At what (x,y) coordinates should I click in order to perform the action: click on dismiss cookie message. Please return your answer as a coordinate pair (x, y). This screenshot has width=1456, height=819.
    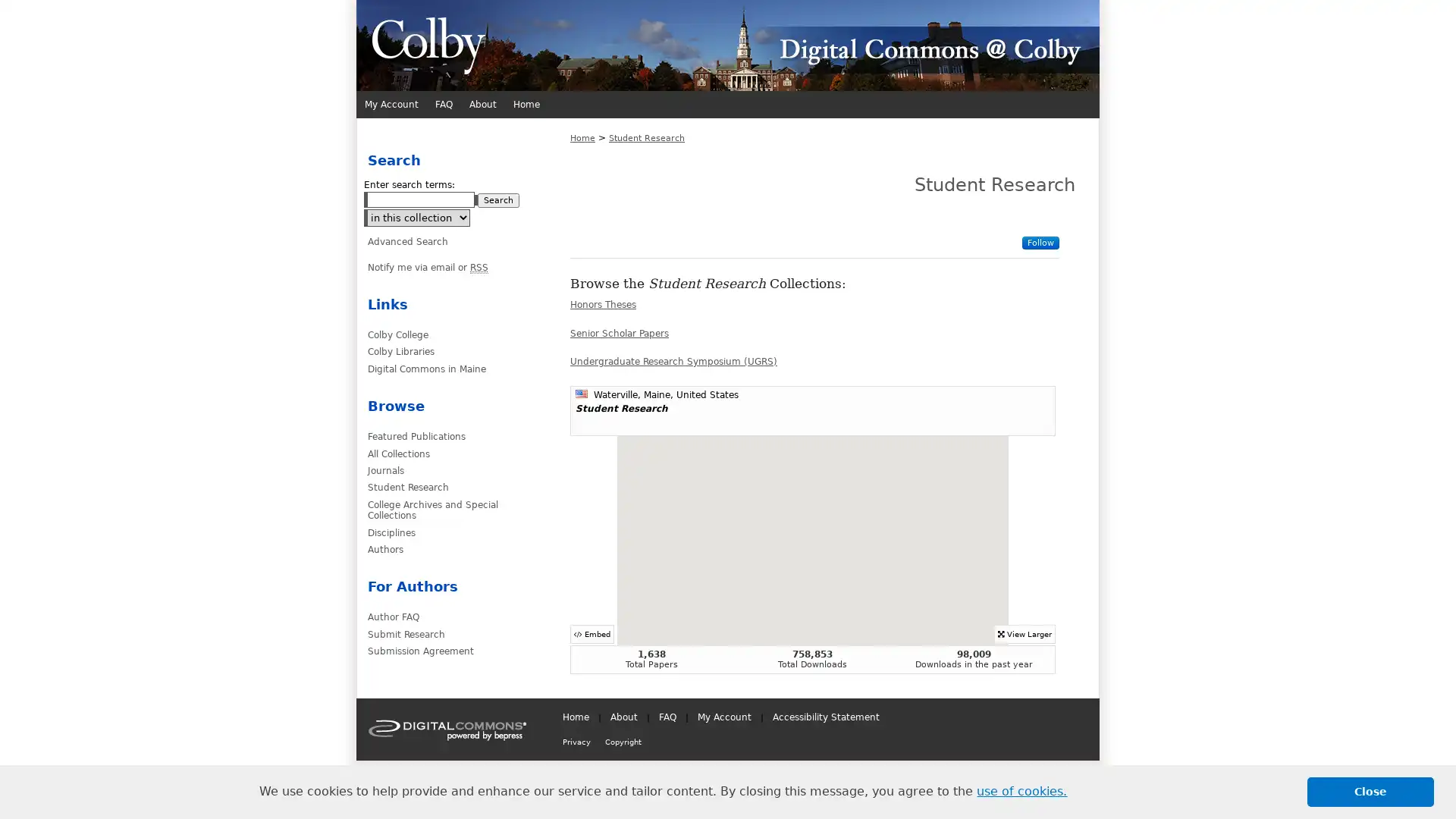
    Looking at the image, I should click on (1370, 791).